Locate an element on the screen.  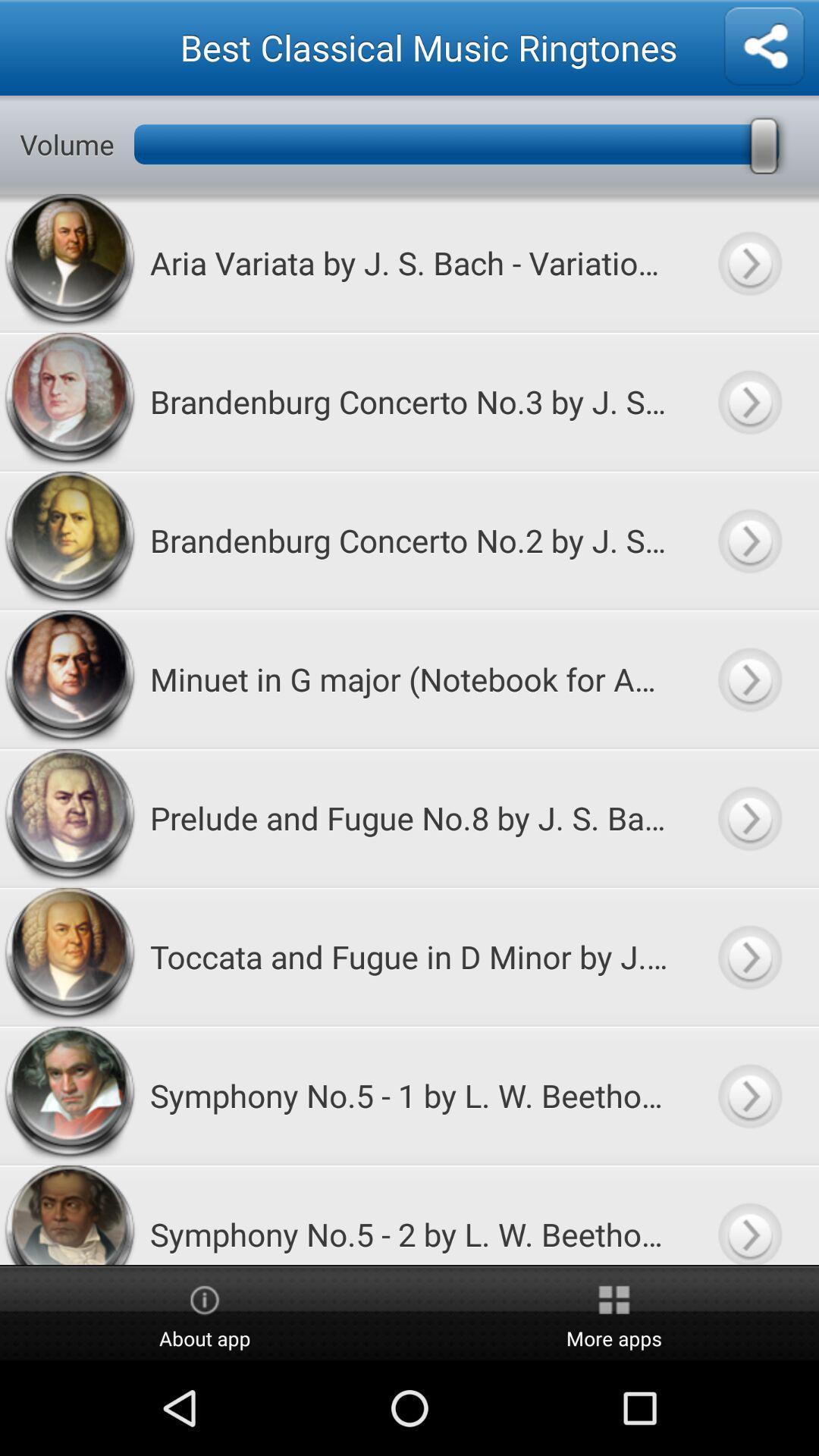
more is located at coordinates (748, 262).